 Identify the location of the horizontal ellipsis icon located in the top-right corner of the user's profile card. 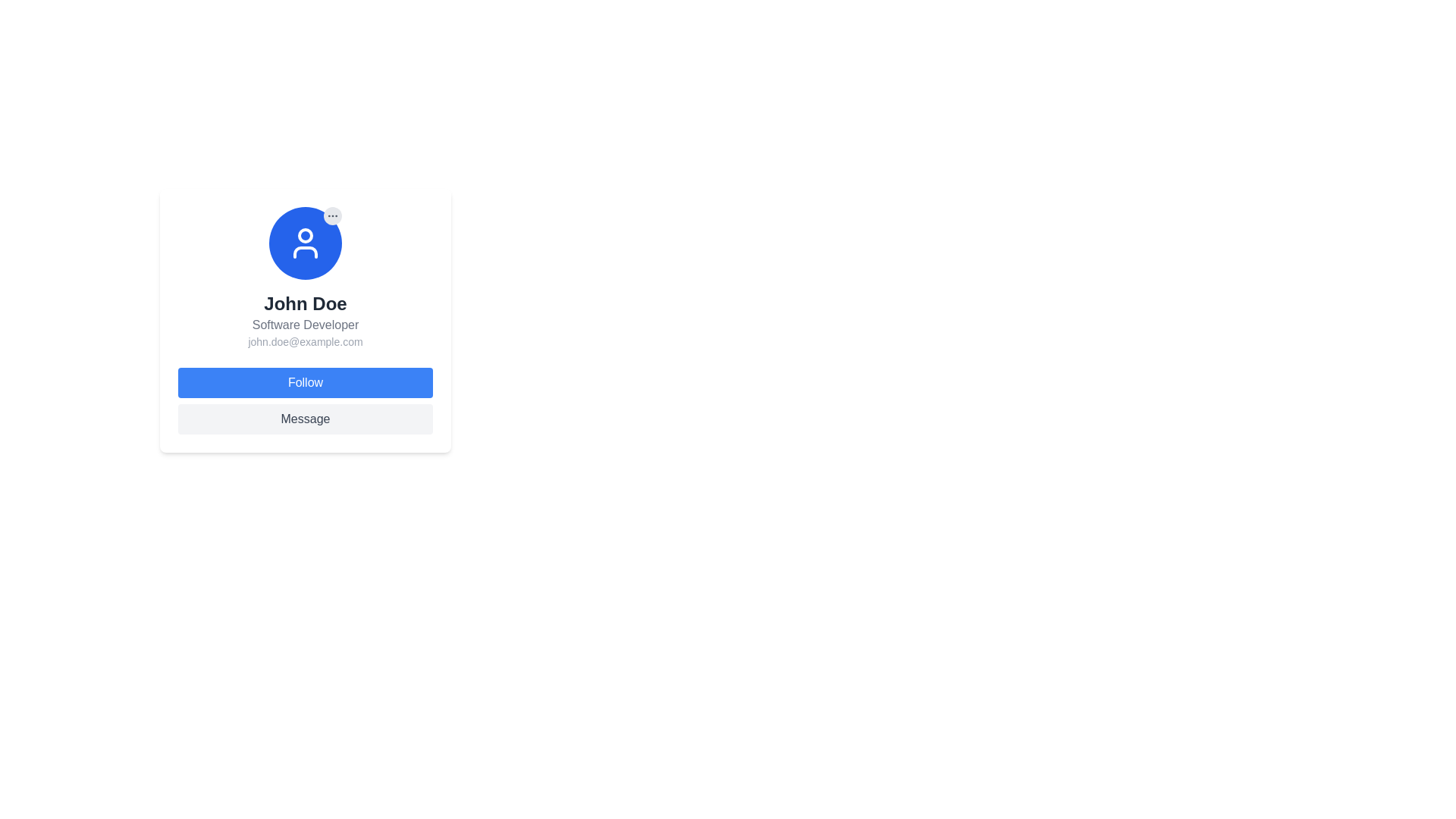
(331, 216).